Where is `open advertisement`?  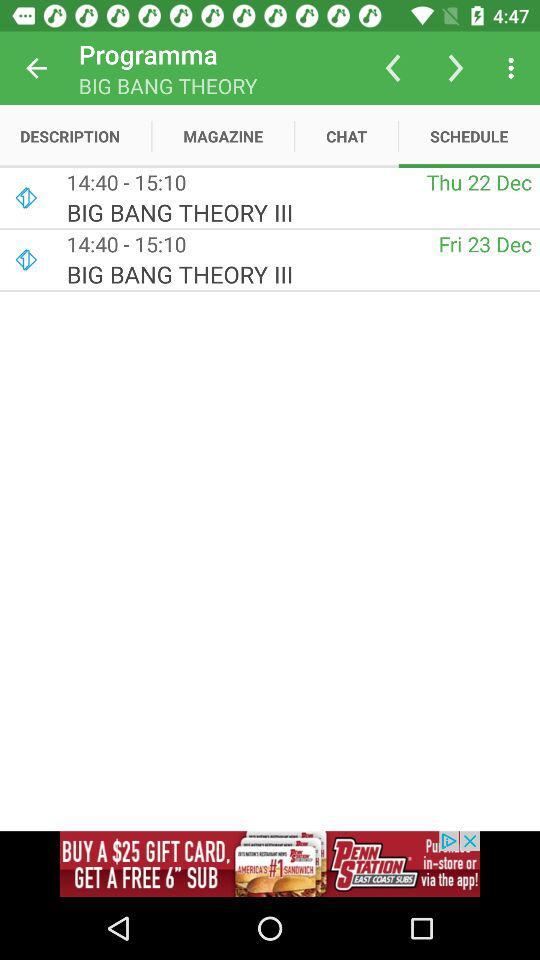
open advertisement is located at coordinates (270, 863).